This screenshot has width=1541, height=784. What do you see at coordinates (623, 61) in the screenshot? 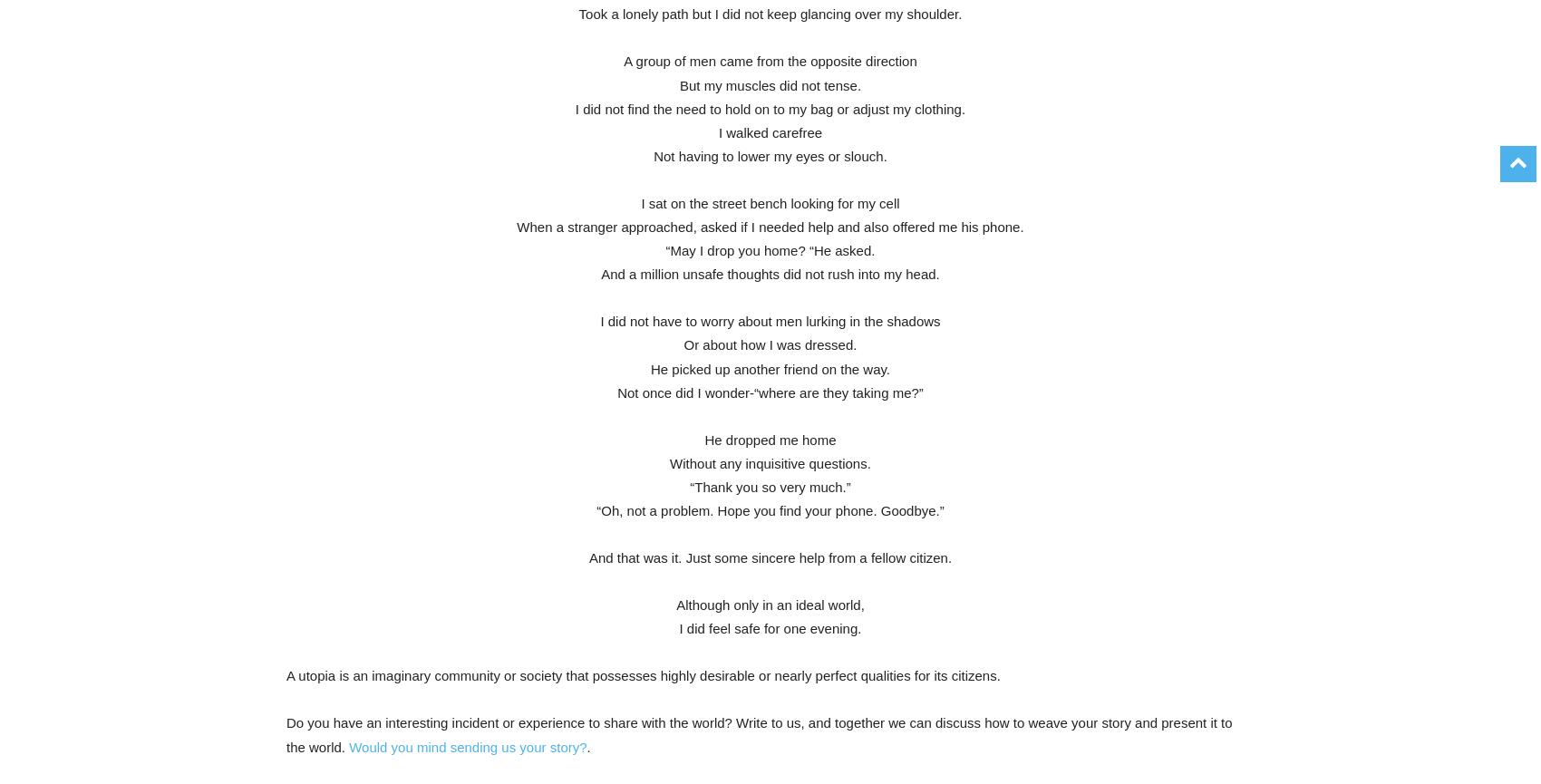
I see `'A group of men came from the opposite direction'` at bounding box center [623, 61].